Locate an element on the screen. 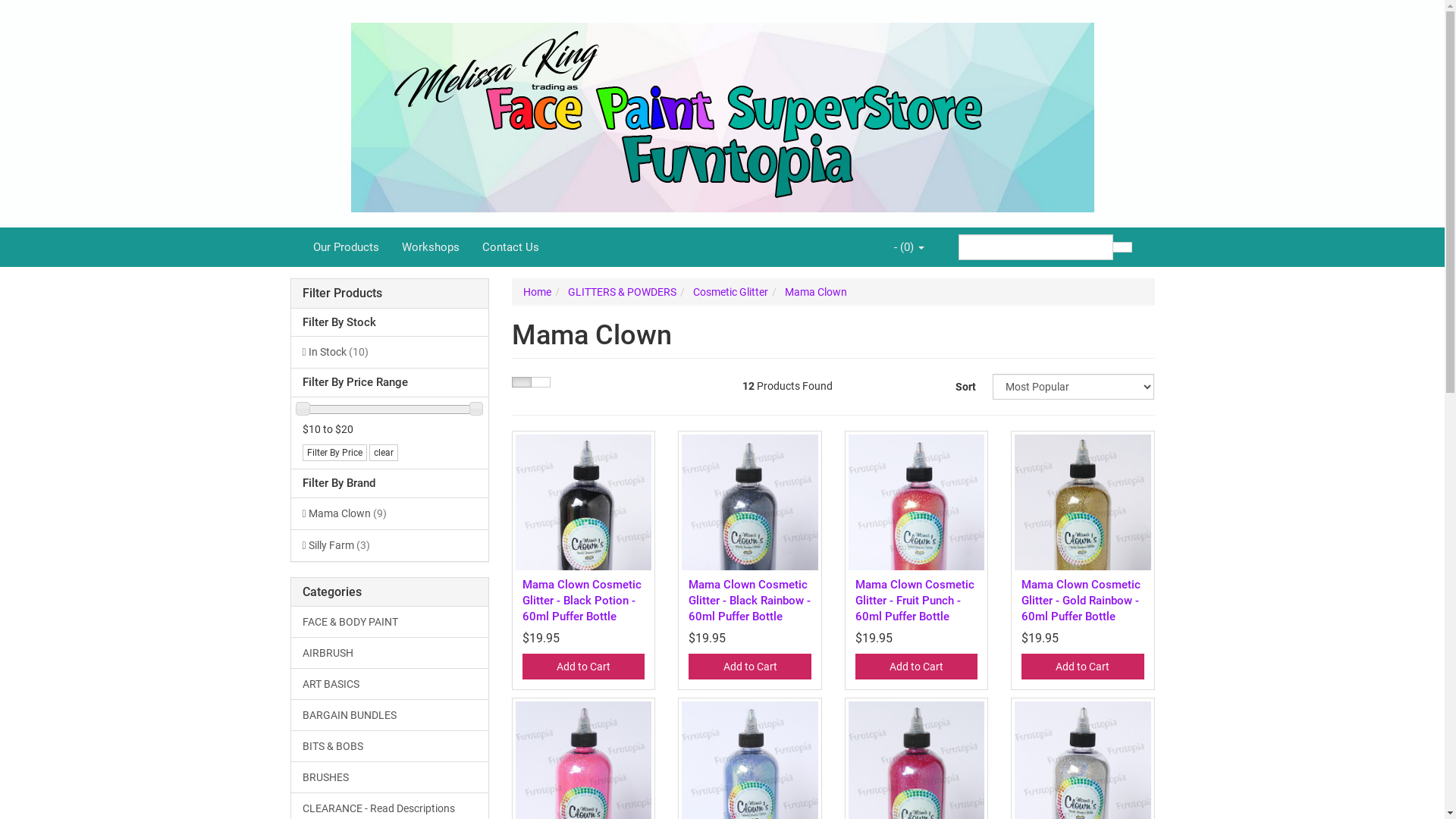 Image resolution: width=1456 pixels, height=819 pixels. 'Filter By Price' is located at coordinates (333, 452).